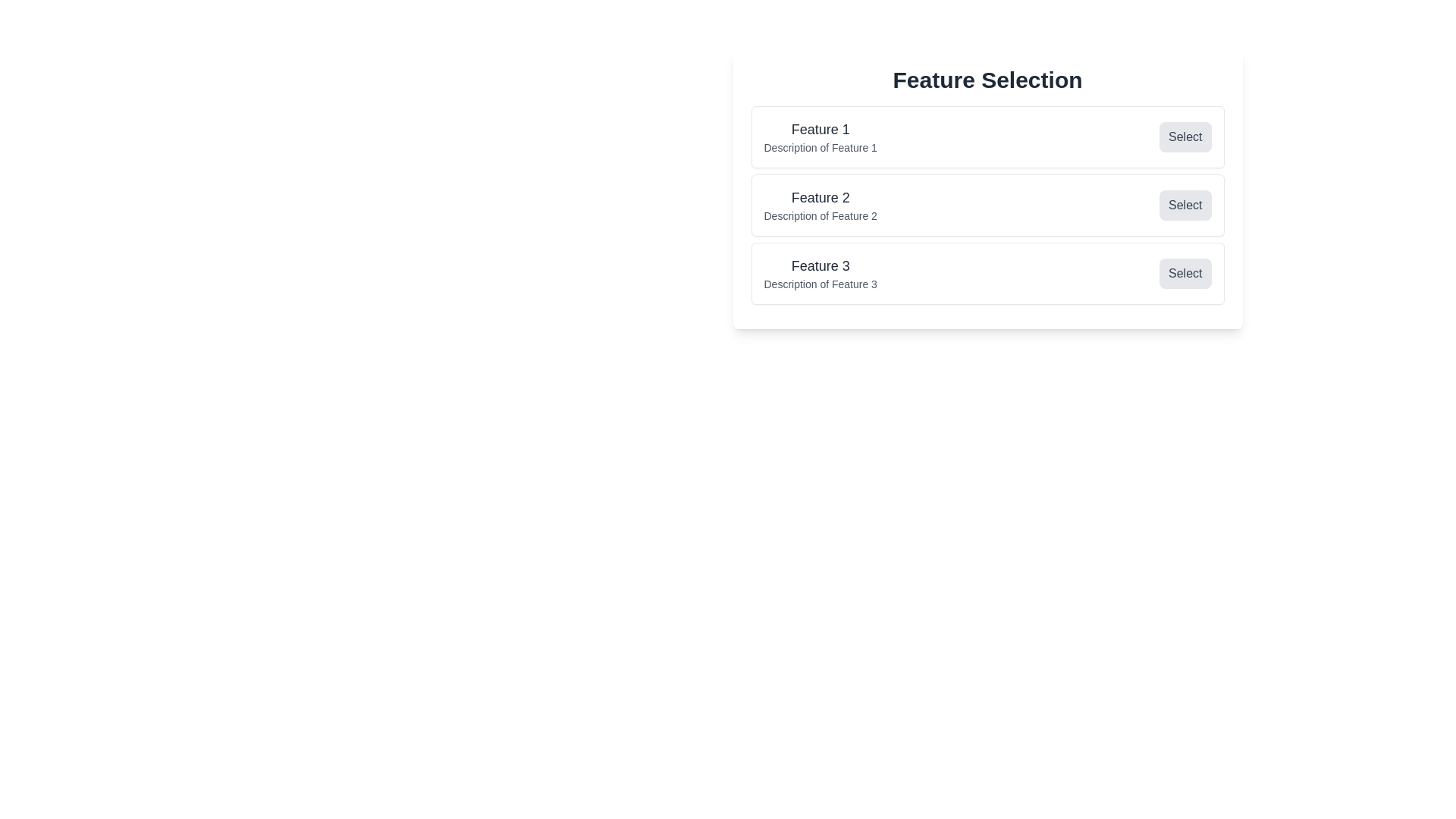  I want to click on the button located to the right of the list item labeled 'Feature 2', so click(1185, 205).